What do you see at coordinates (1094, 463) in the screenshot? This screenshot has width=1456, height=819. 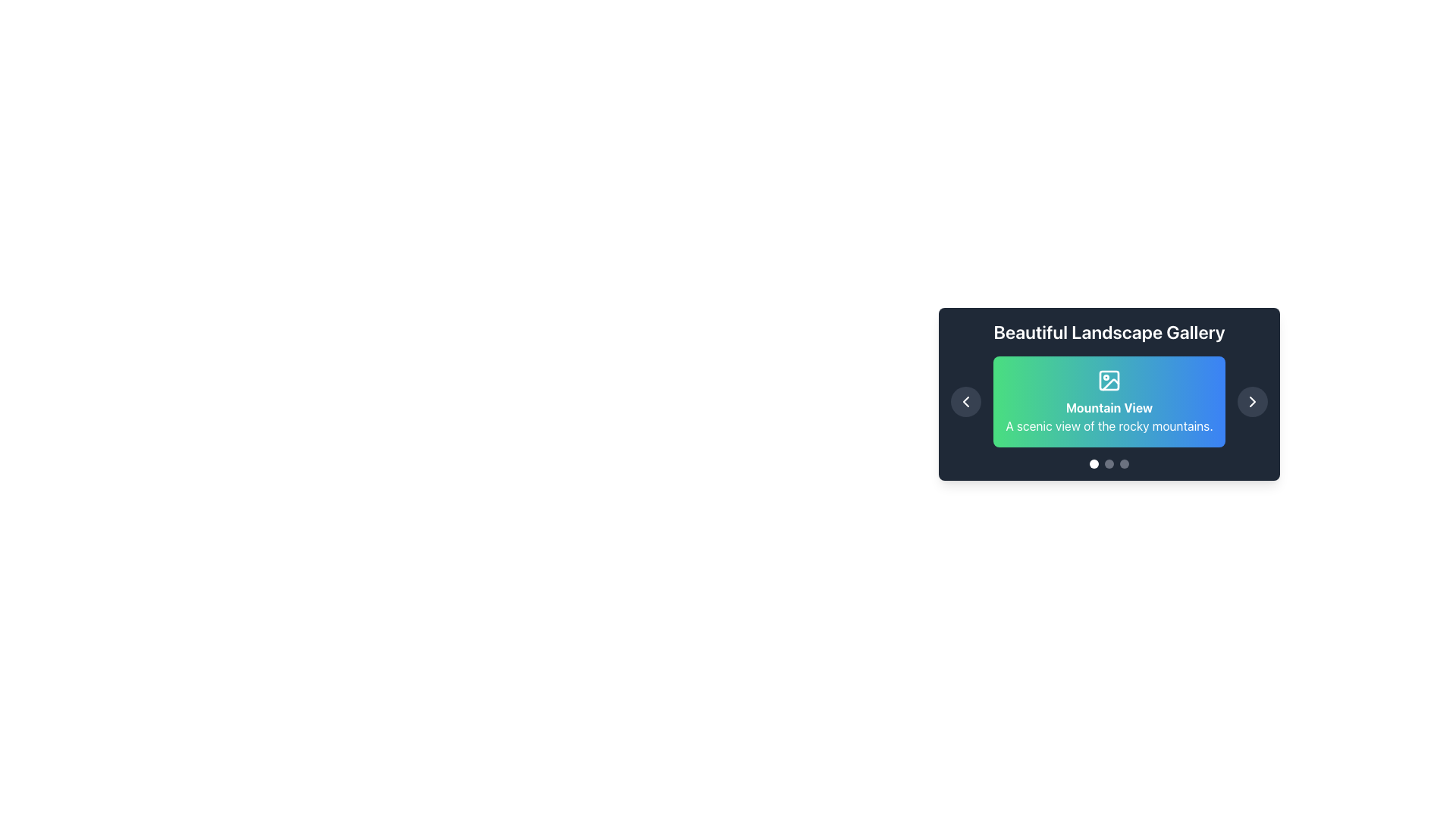 I see `the small circular indicator with a white background, which is the first in a row of three similar indicators` at bounding box center [1094, 463].